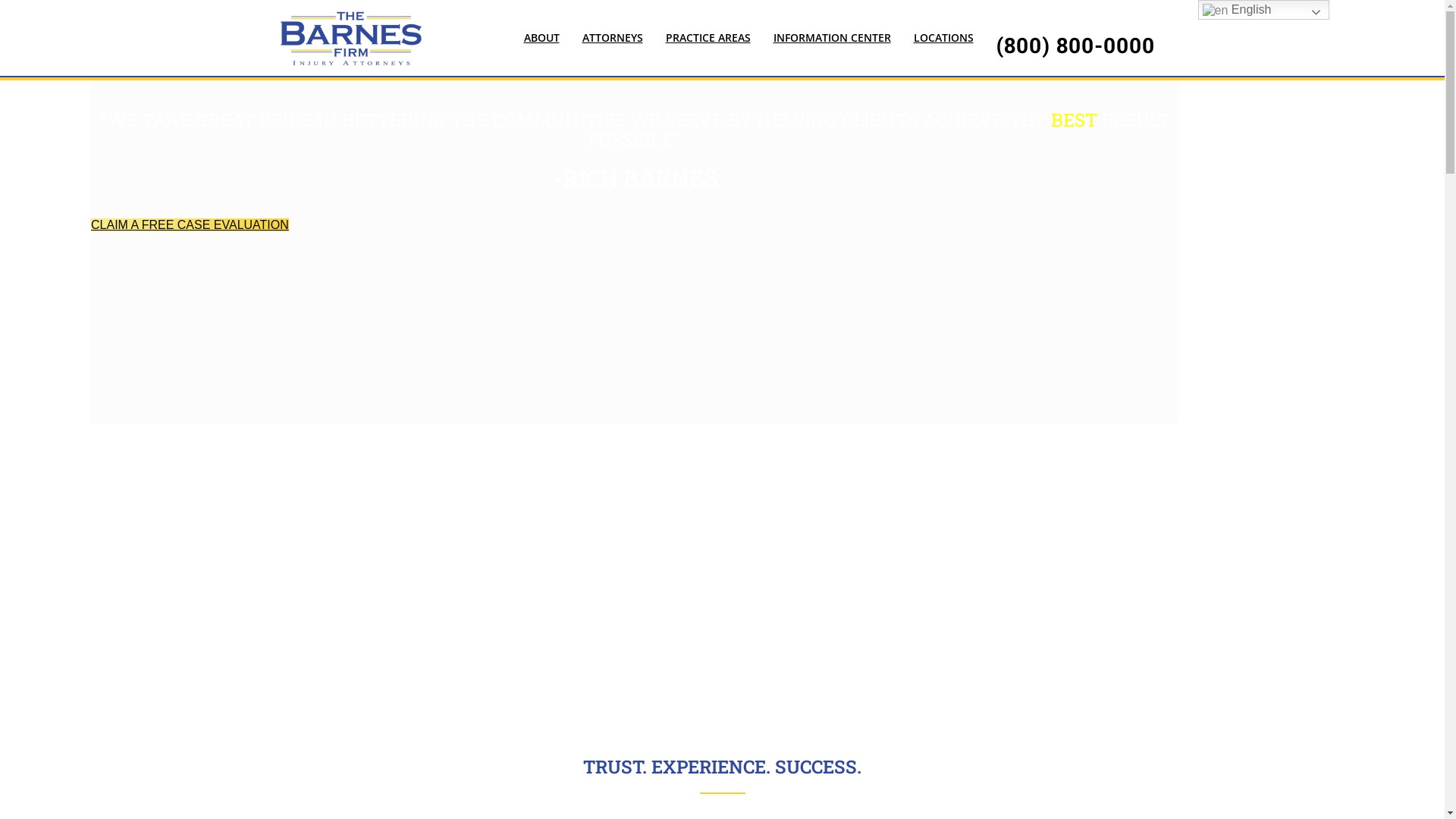 This screenshot has height=819, width=1456. What do you see at coordinates (706, 36) in the screenshot?
I see `'PRACTICE AREAS'` at bounding box center [706, 36].